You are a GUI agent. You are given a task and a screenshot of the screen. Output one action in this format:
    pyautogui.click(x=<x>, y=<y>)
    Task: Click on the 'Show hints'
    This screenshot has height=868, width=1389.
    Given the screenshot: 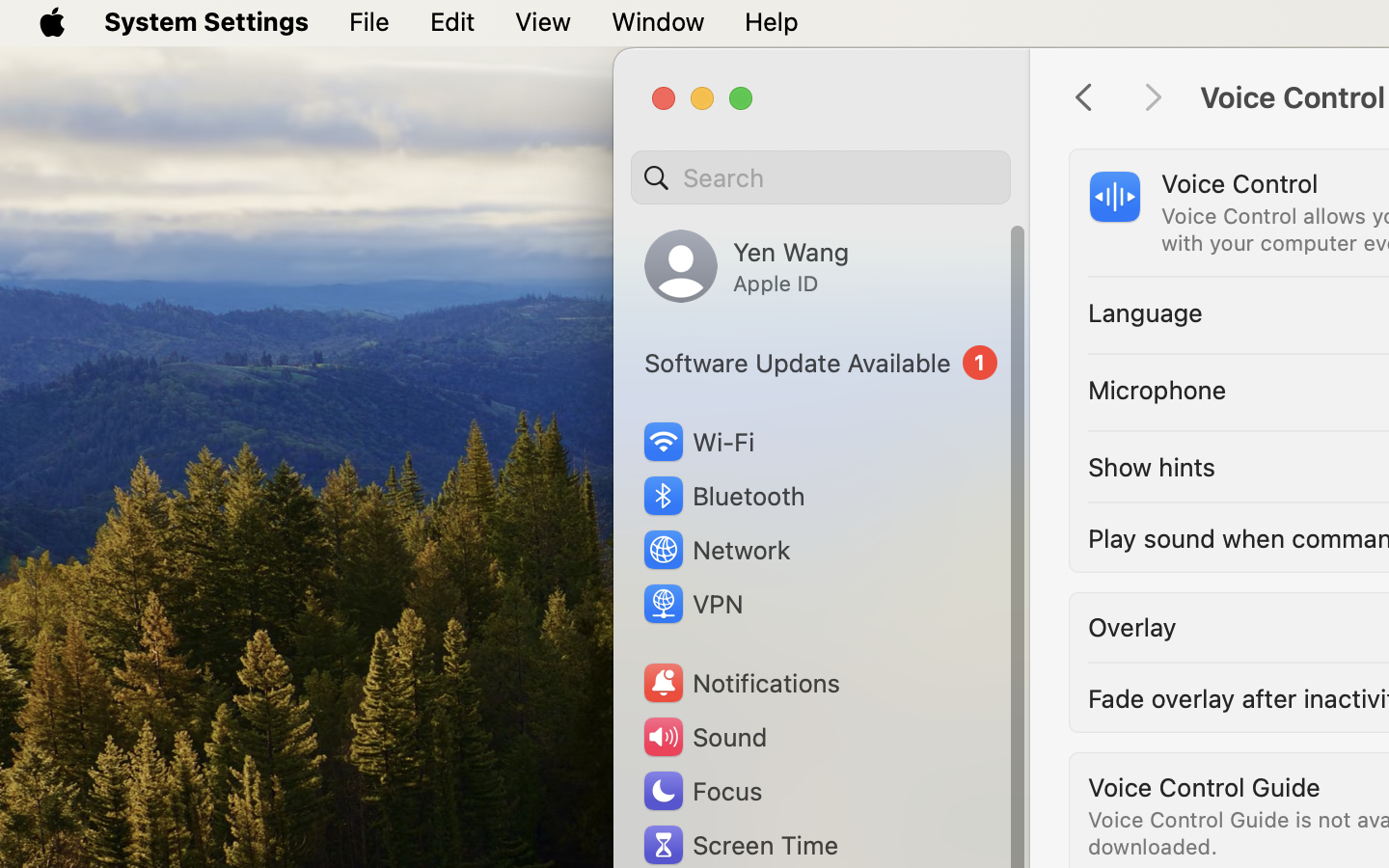 What is the action you would take?
    pyautogui.click(x=1152, y=466)
    